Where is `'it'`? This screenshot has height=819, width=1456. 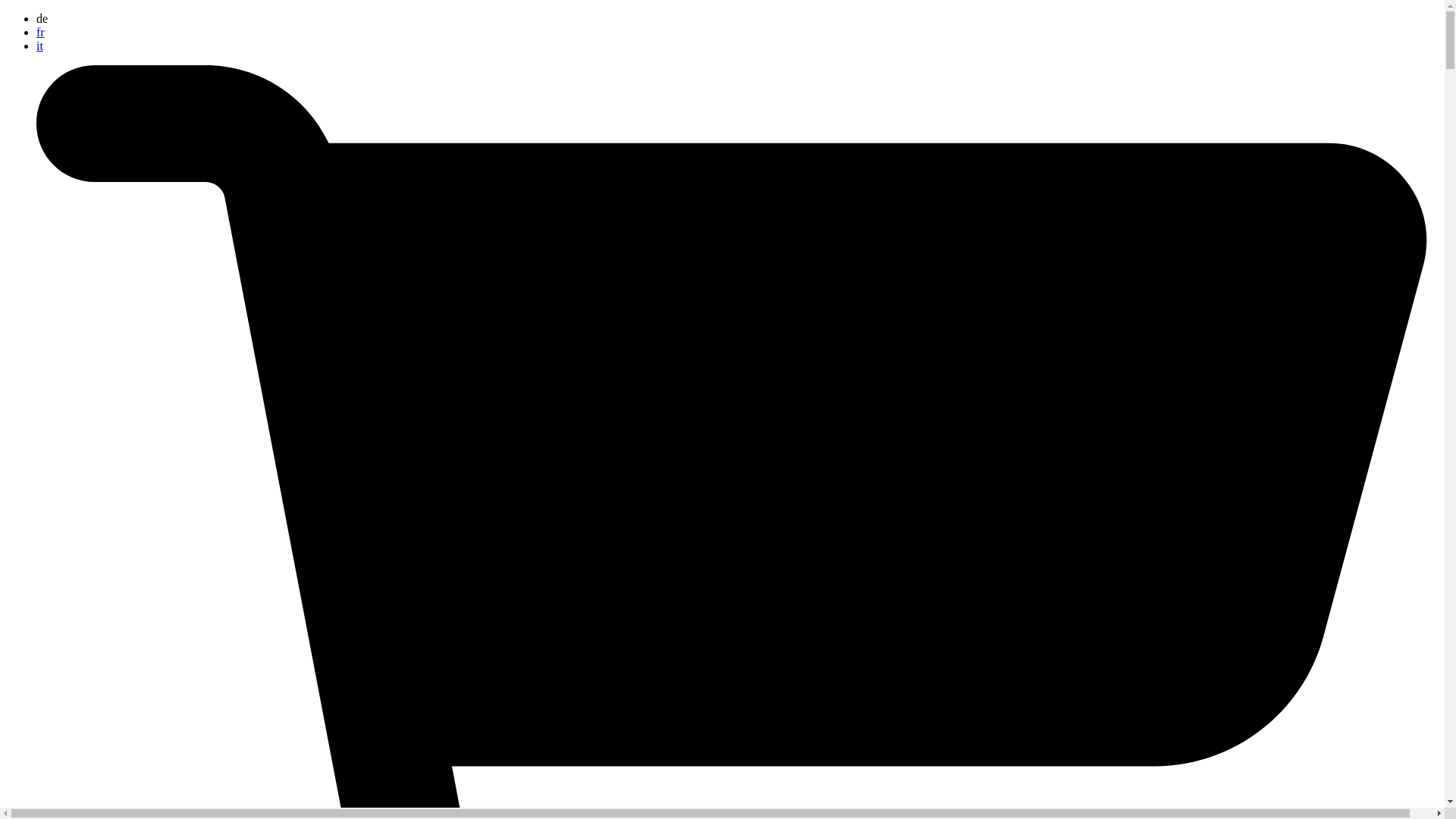
'it' is located at coordinates (39, 45).